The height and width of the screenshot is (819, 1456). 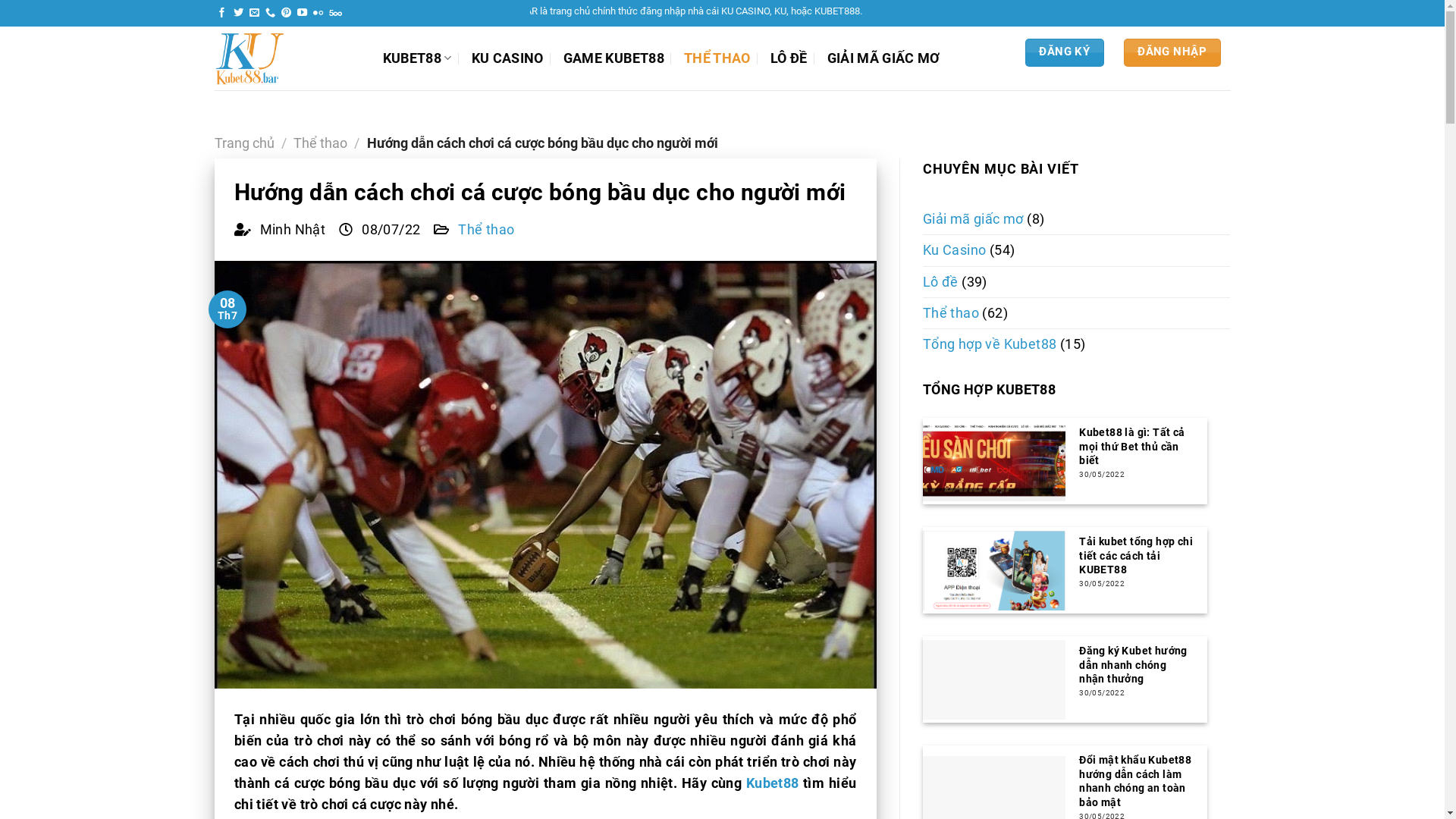 I want to click on 'Ku Casino', so click(x=953, y=249).